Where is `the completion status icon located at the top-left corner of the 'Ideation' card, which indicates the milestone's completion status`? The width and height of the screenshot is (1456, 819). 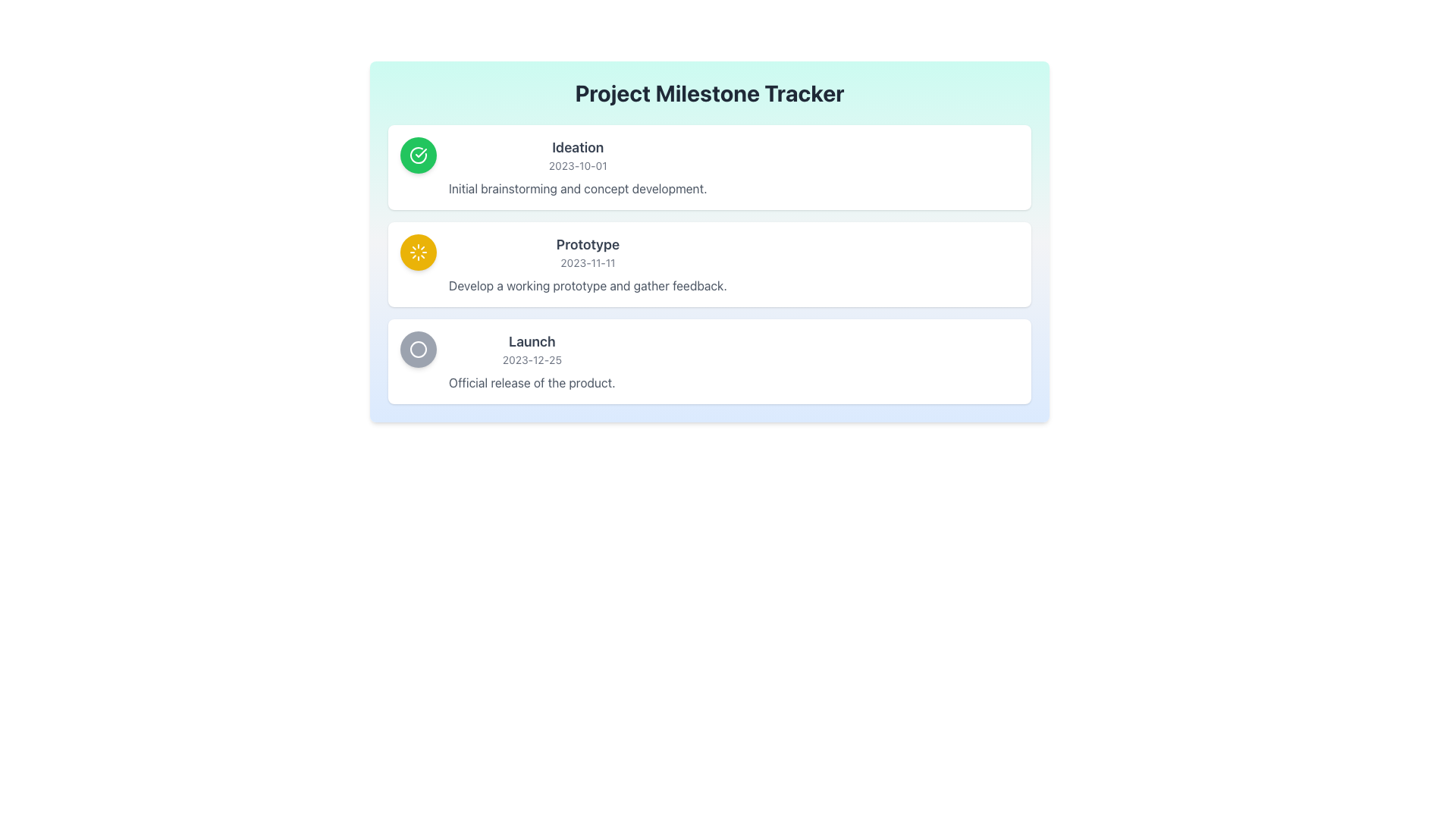
the completion status icon located at the top-left corner of the 'Ideation' card, which indicates the milestone's completion status is located at coordinates (419, 155).